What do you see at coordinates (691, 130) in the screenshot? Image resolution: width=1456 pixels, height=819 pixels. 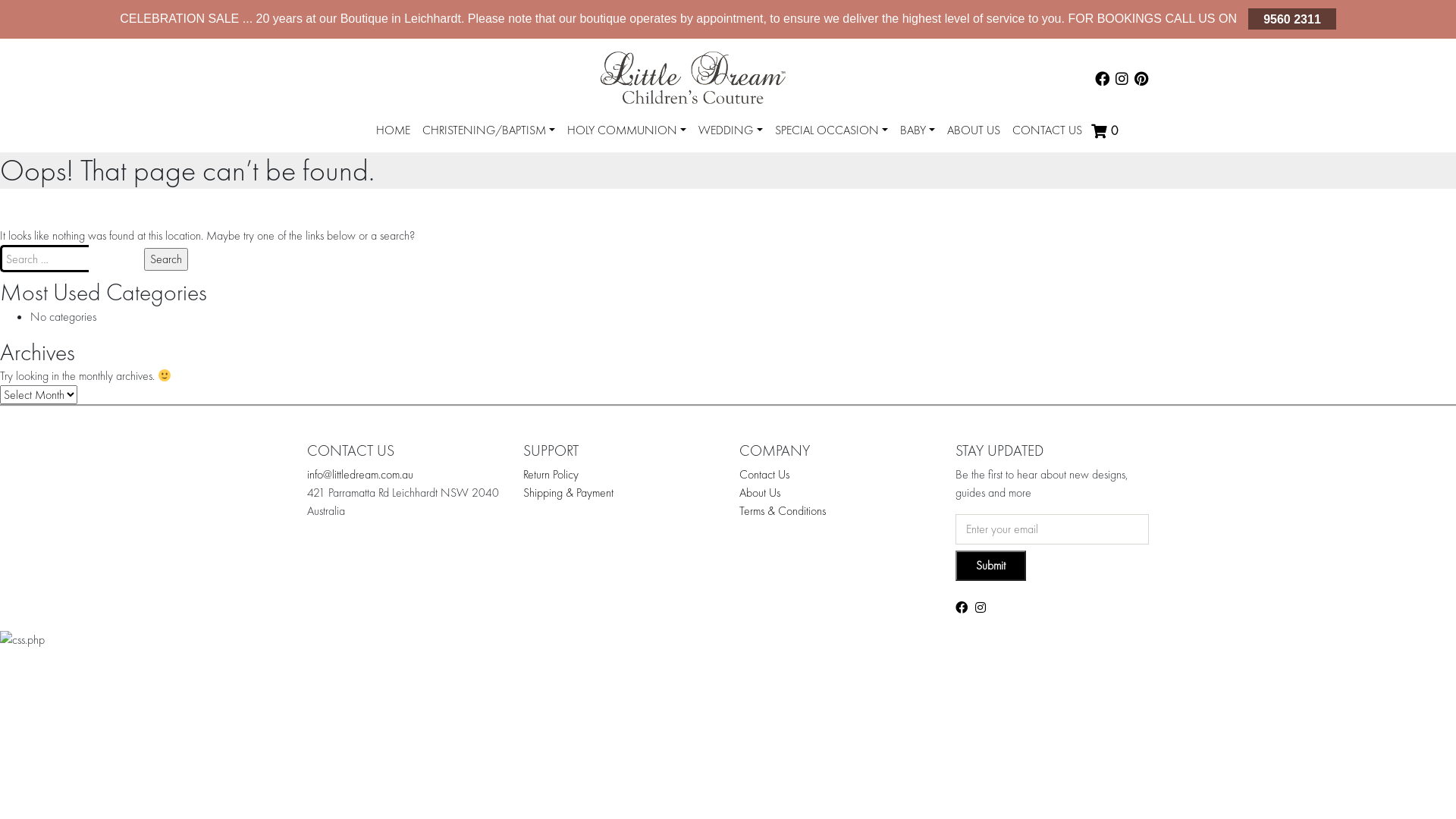 I see `'WEDDING'` at bounding box center [691, 130].